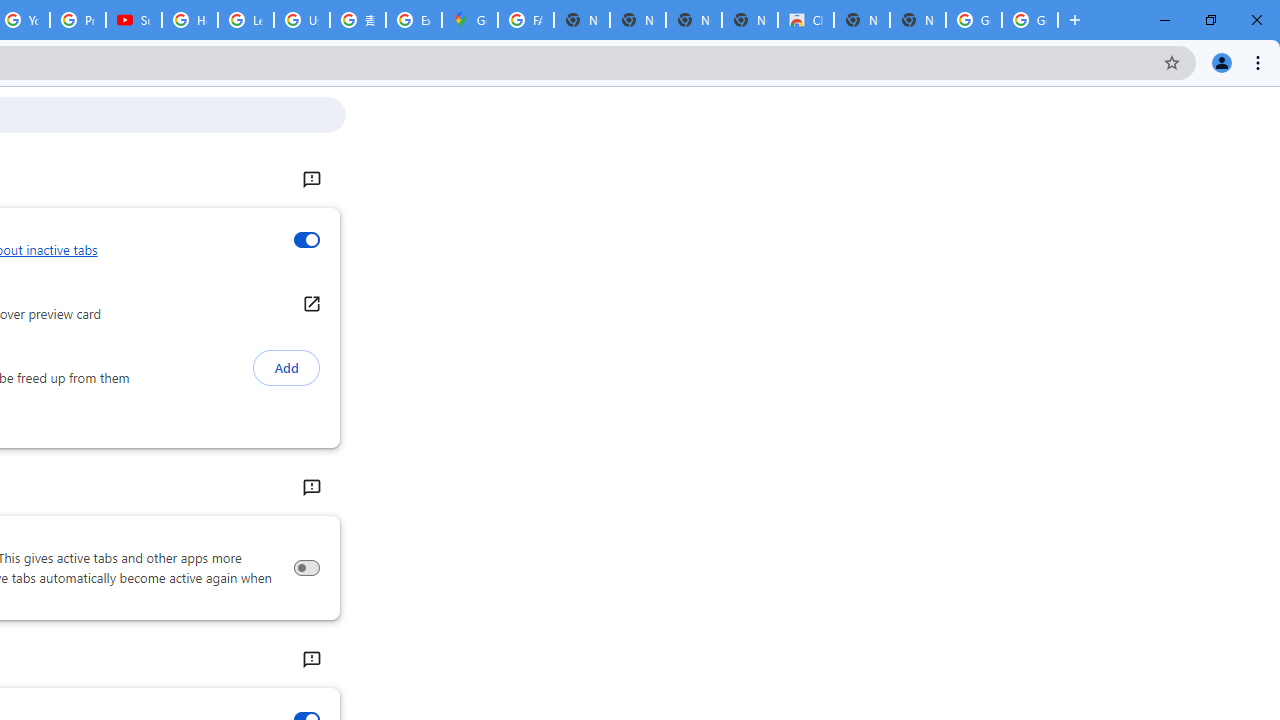  What do you see at coordinates (916, 20) in the screenshot?
I see `'New Tab'` at bounding box center [916, 20].